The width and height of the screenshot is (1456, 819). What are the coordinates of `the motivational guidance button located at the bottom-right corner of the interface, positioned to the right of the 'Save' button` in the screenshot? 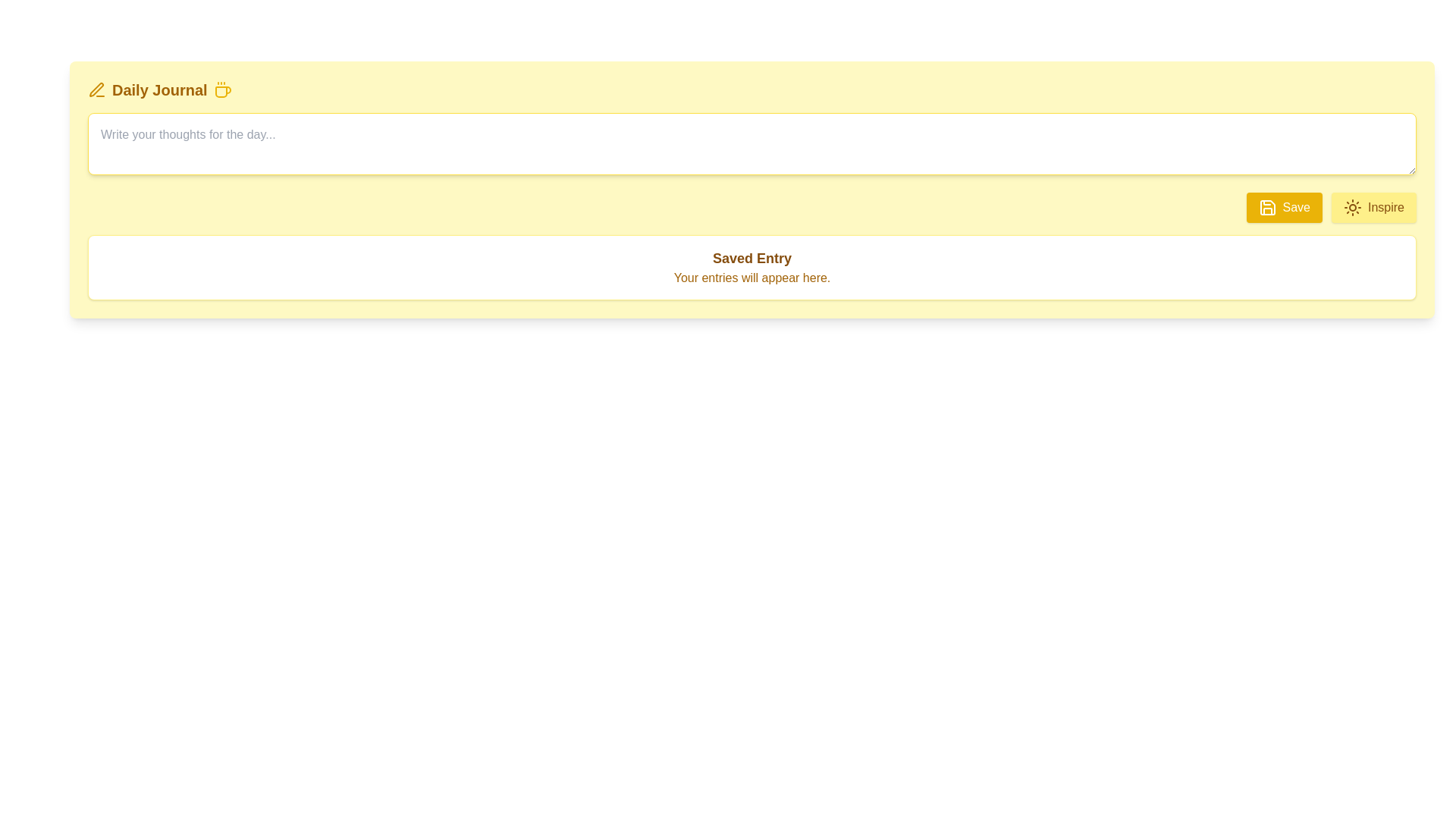 It's located at (1373, 207).